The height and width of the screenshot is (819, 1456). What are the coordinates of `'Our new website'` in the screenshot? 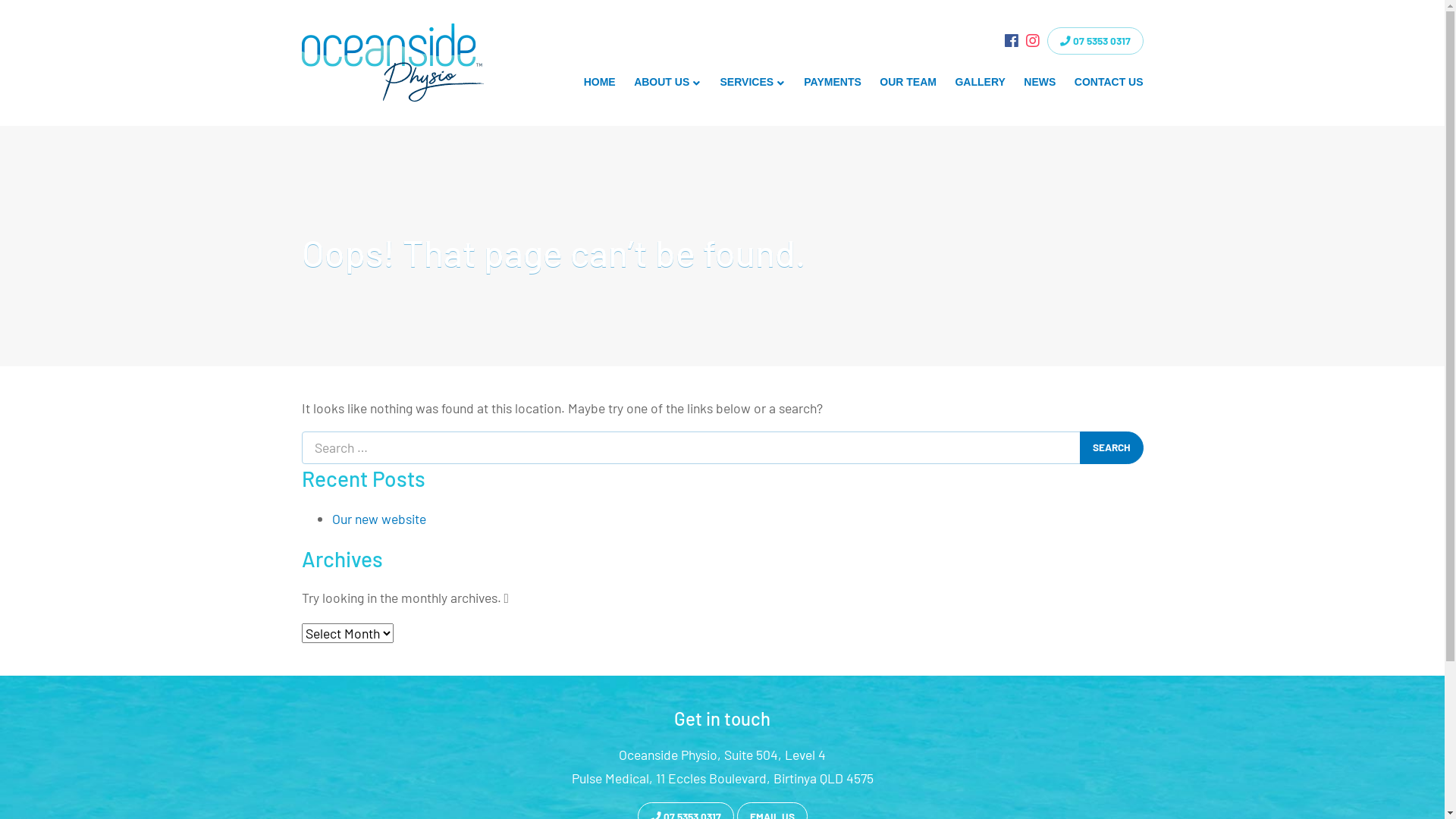 It's located at (378, 517).